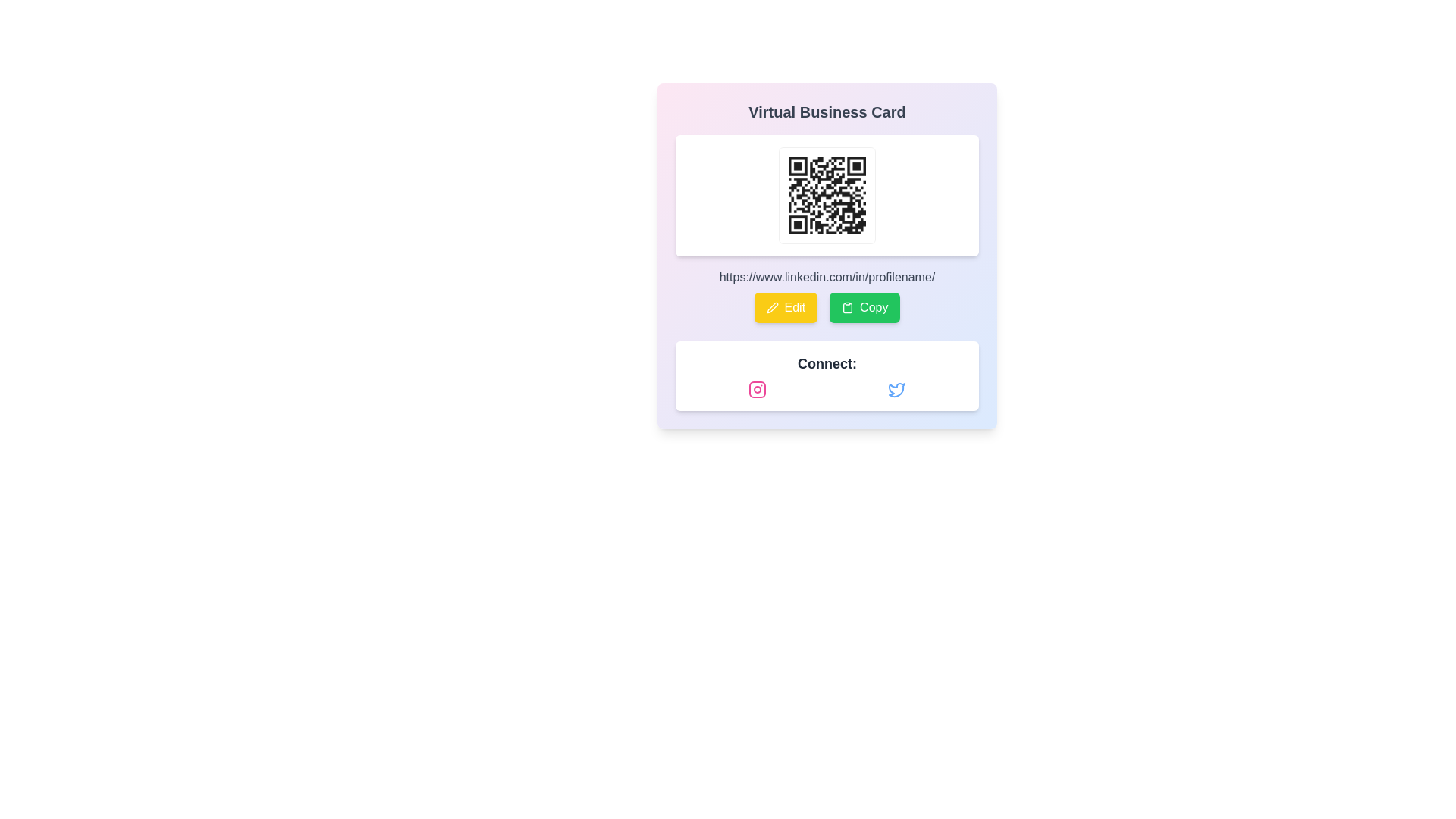 This screenshot has height=819, width=1456. Describe the element at coordinates (847, 307) in the screenshot. I see `the 'Copy' button, which is located on the right-hand side below a link and adjacent` at that location.